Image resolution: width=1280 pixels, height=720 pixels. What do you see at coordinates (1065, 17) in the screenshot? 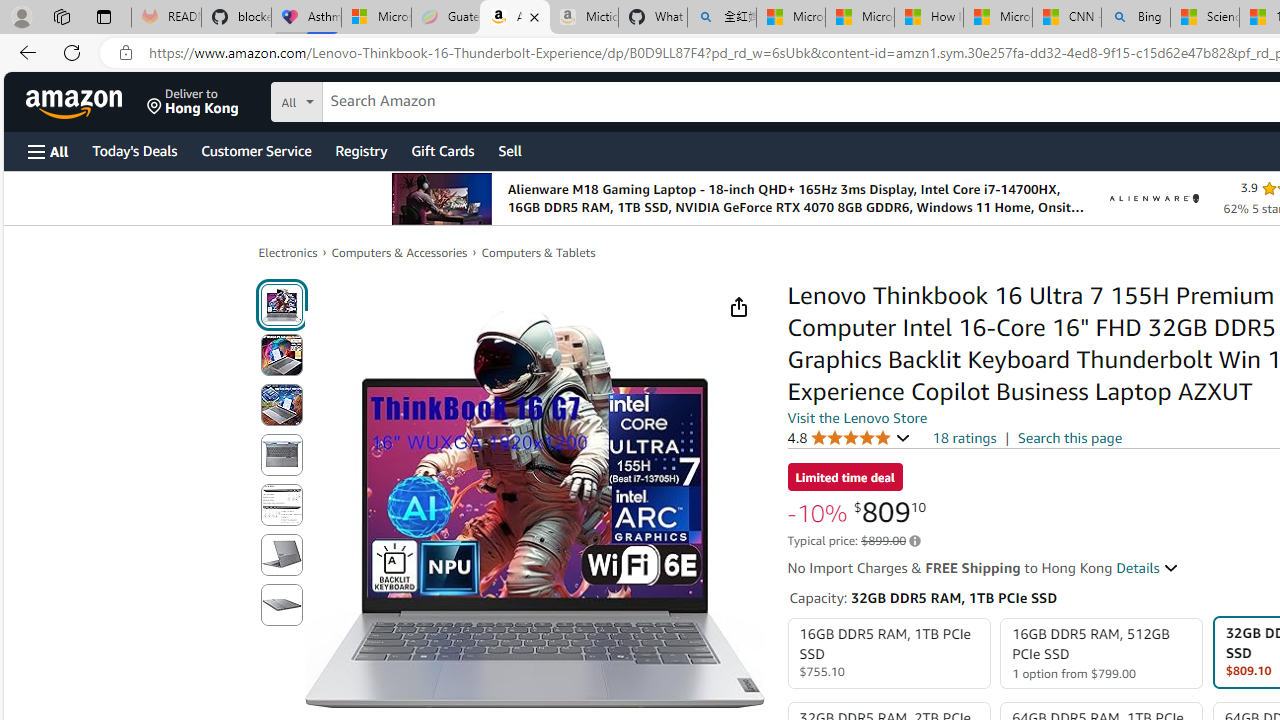
I see `'CNN - MSN'` at bounding box center [1065, 17].